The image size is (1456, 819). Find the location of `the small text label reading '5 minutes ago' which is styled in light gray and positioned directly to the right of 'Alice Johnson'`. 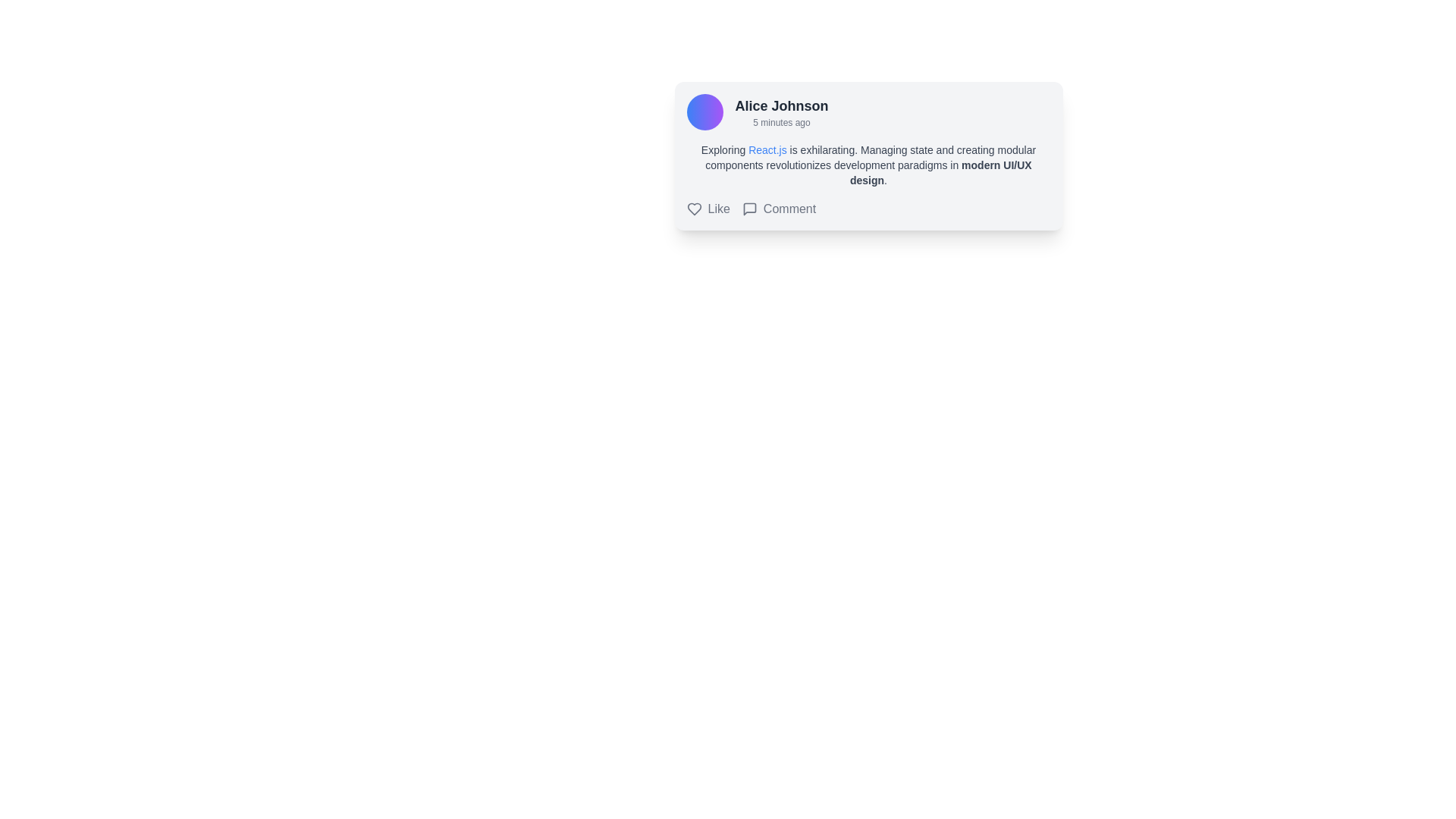

the small text label reading '5 minutes ago' which is styled in light gray and positioned directly to the right of 'Alice Johnson' is located at coordinates (782, 122).